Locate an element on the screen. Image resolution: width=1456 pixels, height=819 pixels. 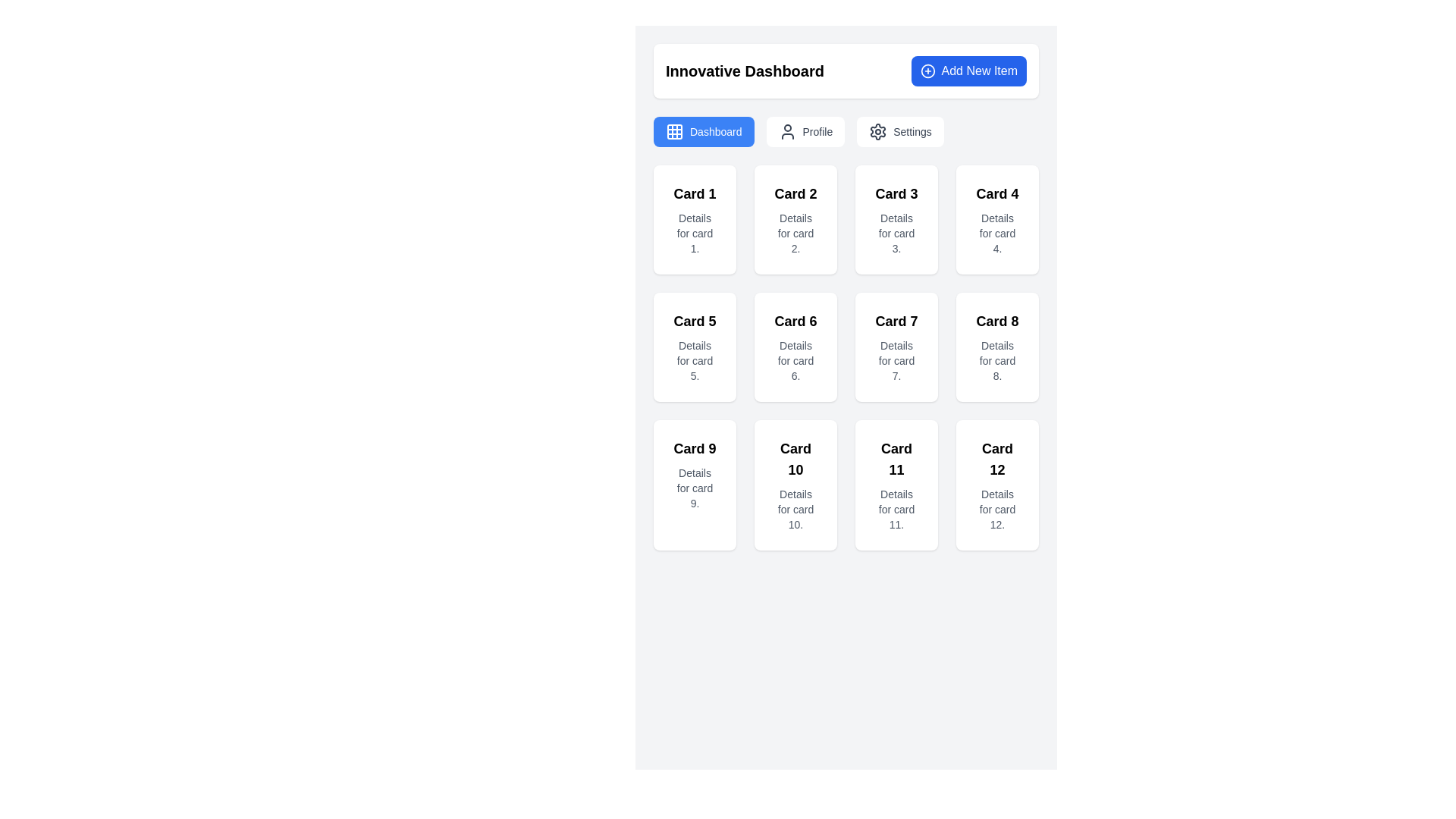
the text label displaying 'Details for card 11.' located at the bottom of the 'Card 11' card is located at coordinates (896, 509).